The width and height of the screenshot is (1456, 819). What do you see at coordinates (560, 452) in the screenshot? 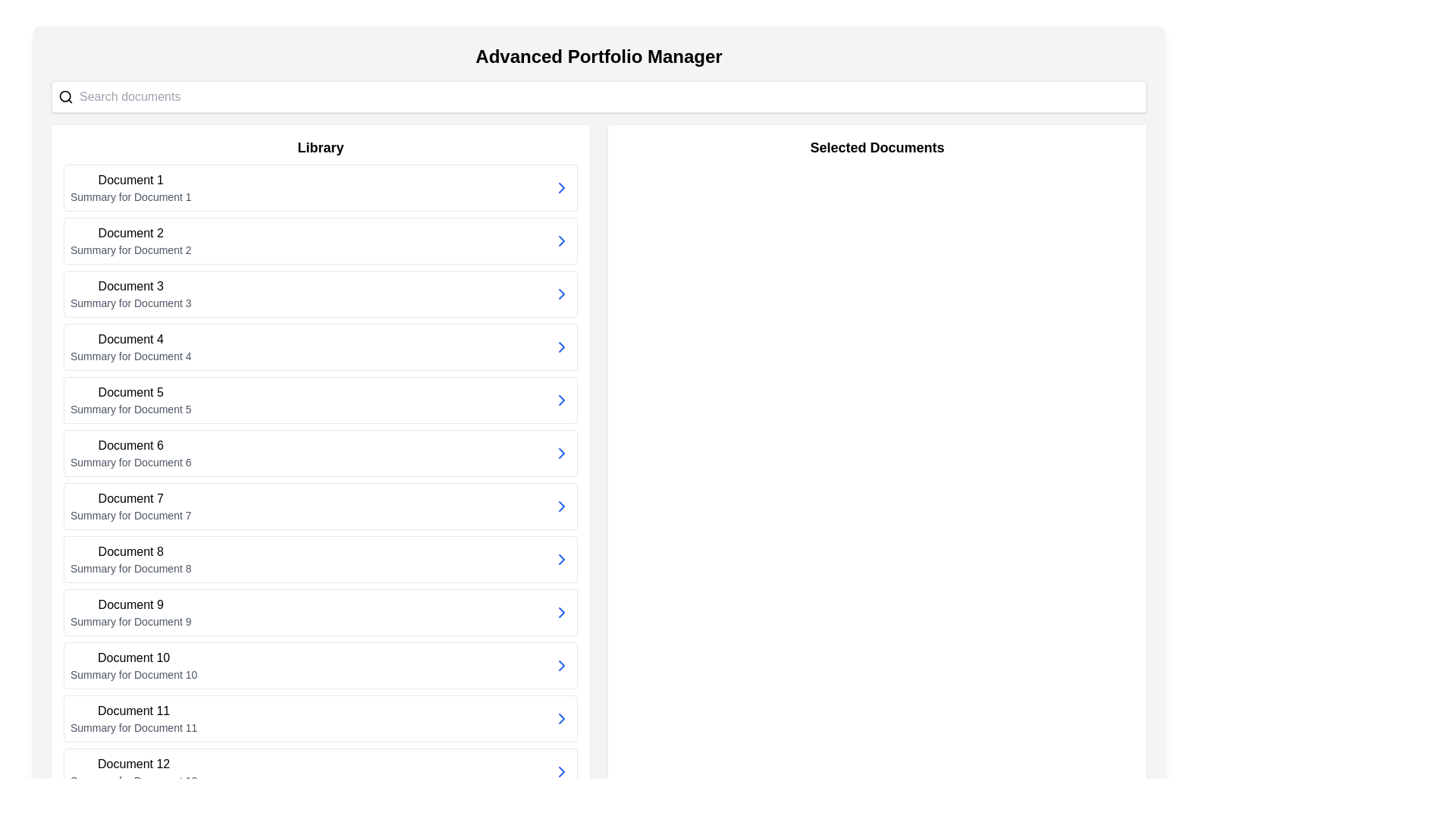
I see `the rightward-pointing blue chevron icon located at the far right side of the list item for 'Document 6'` at bounding box center [560, 452].